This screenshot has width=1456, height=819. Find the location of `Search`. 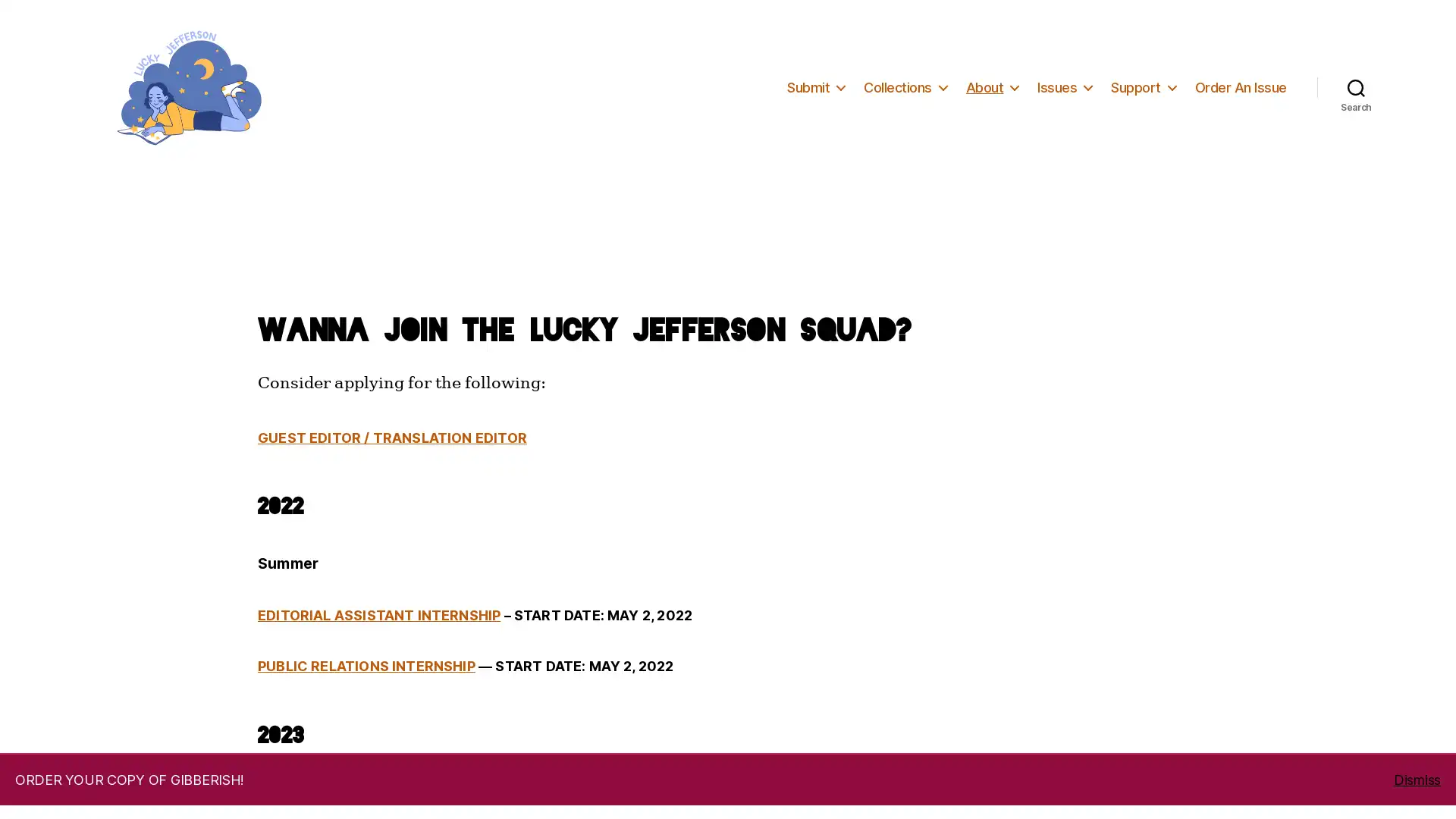

Search is located at coordinates (1356, 87).